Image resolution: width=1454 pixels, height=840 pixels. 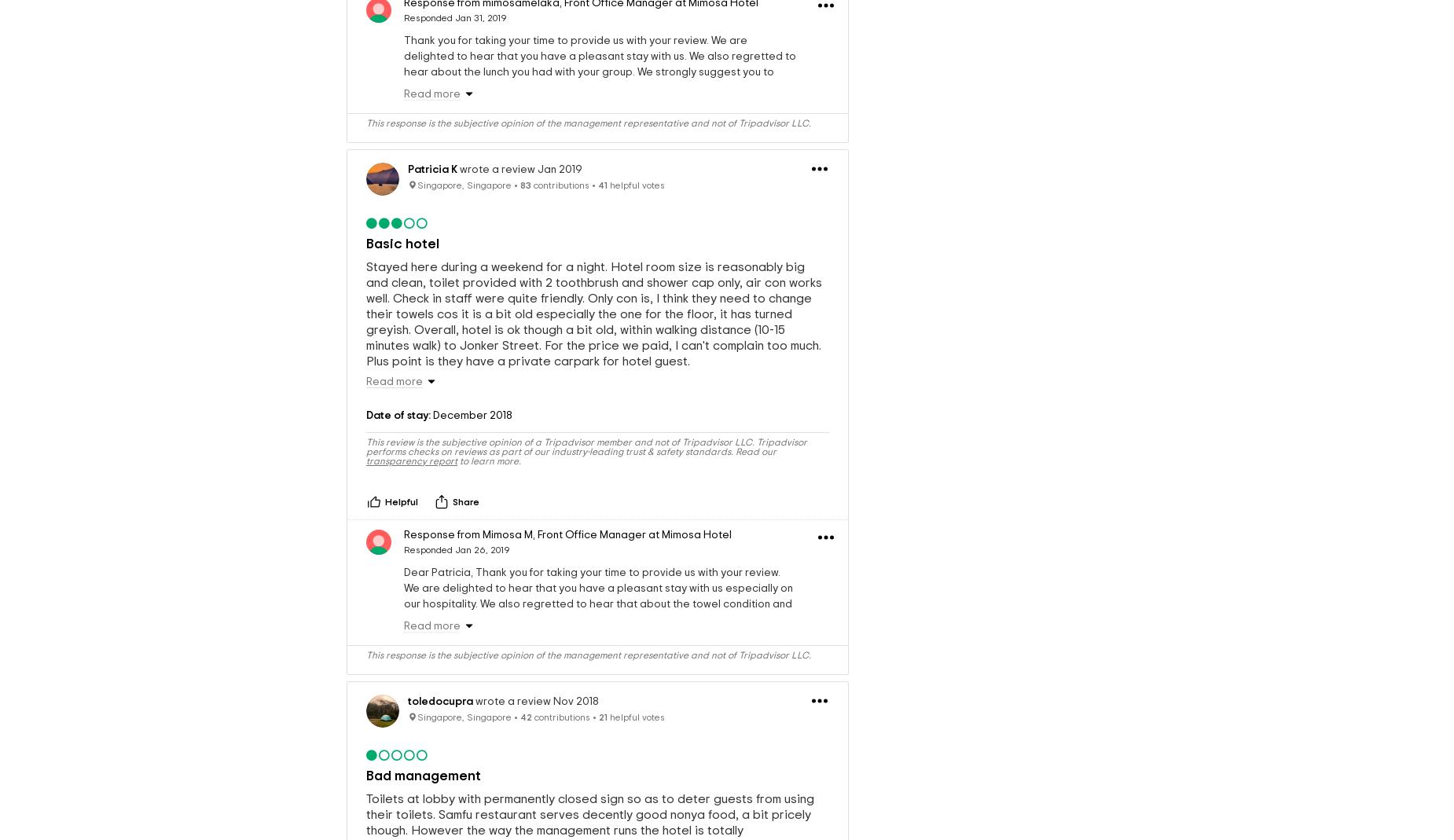 What do you see at coordinates (533, 533) in the screenshot?
I see `','` at bounding box center [533, 533].